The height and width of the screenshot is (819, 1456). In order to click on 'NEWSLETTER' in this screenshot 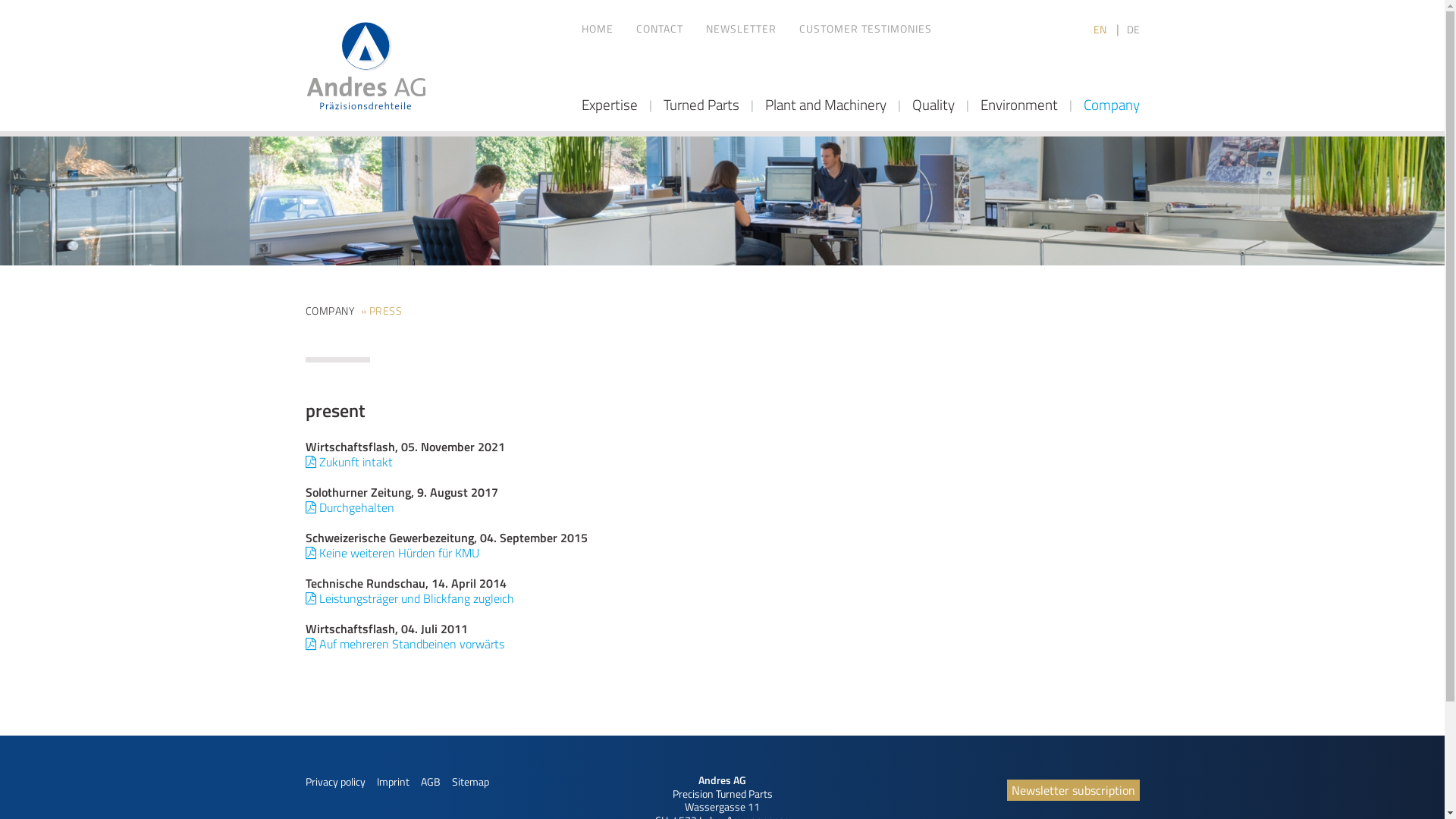, I will do `click(740, 29)`.